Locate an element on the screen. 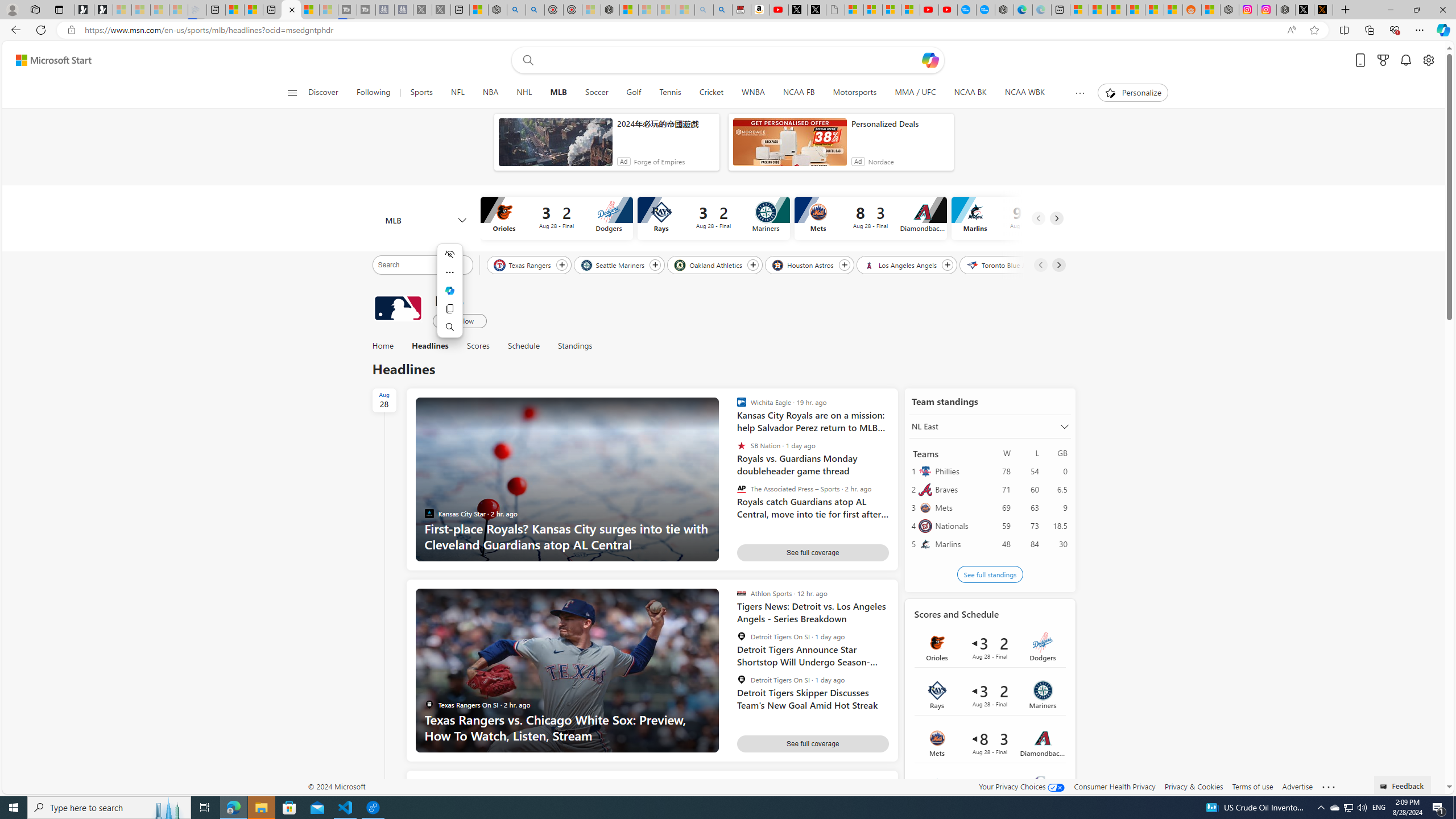  'NCAA BK' is located at coordinates (970, 92).